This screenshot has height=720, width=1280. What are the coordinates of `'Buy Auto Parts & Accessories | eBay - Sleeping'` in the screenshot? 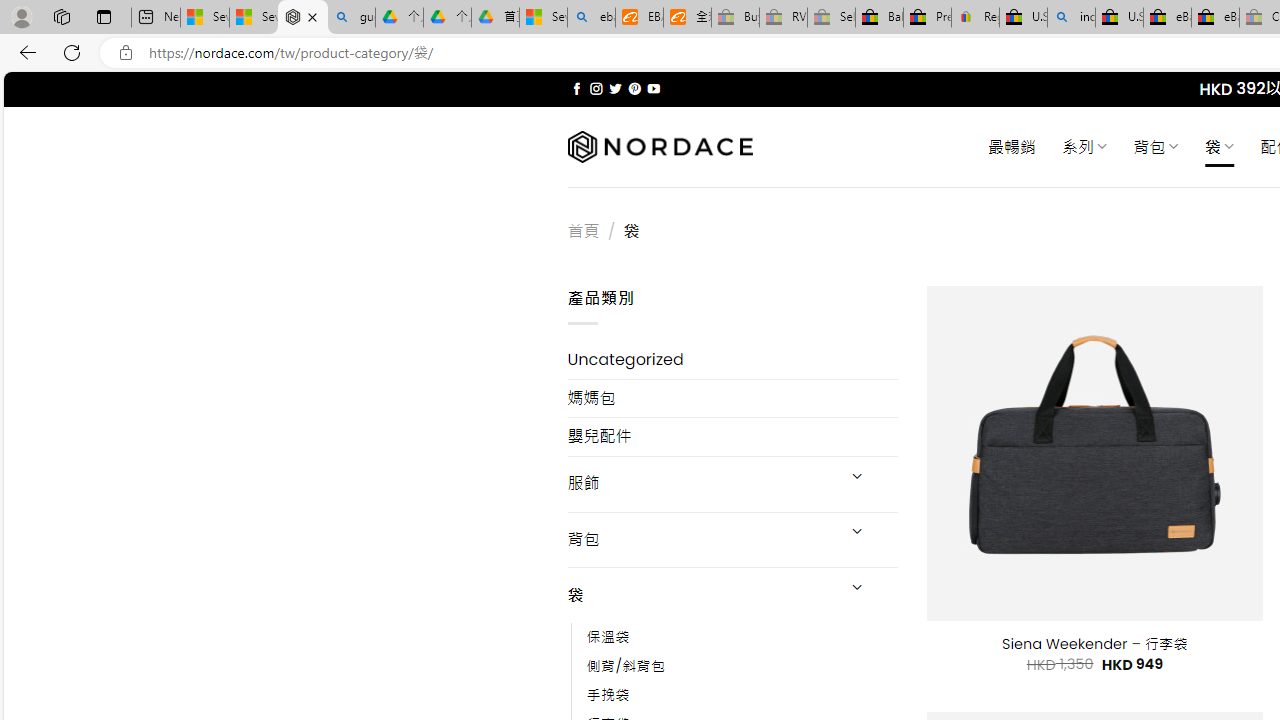 It's located at (734, 17).